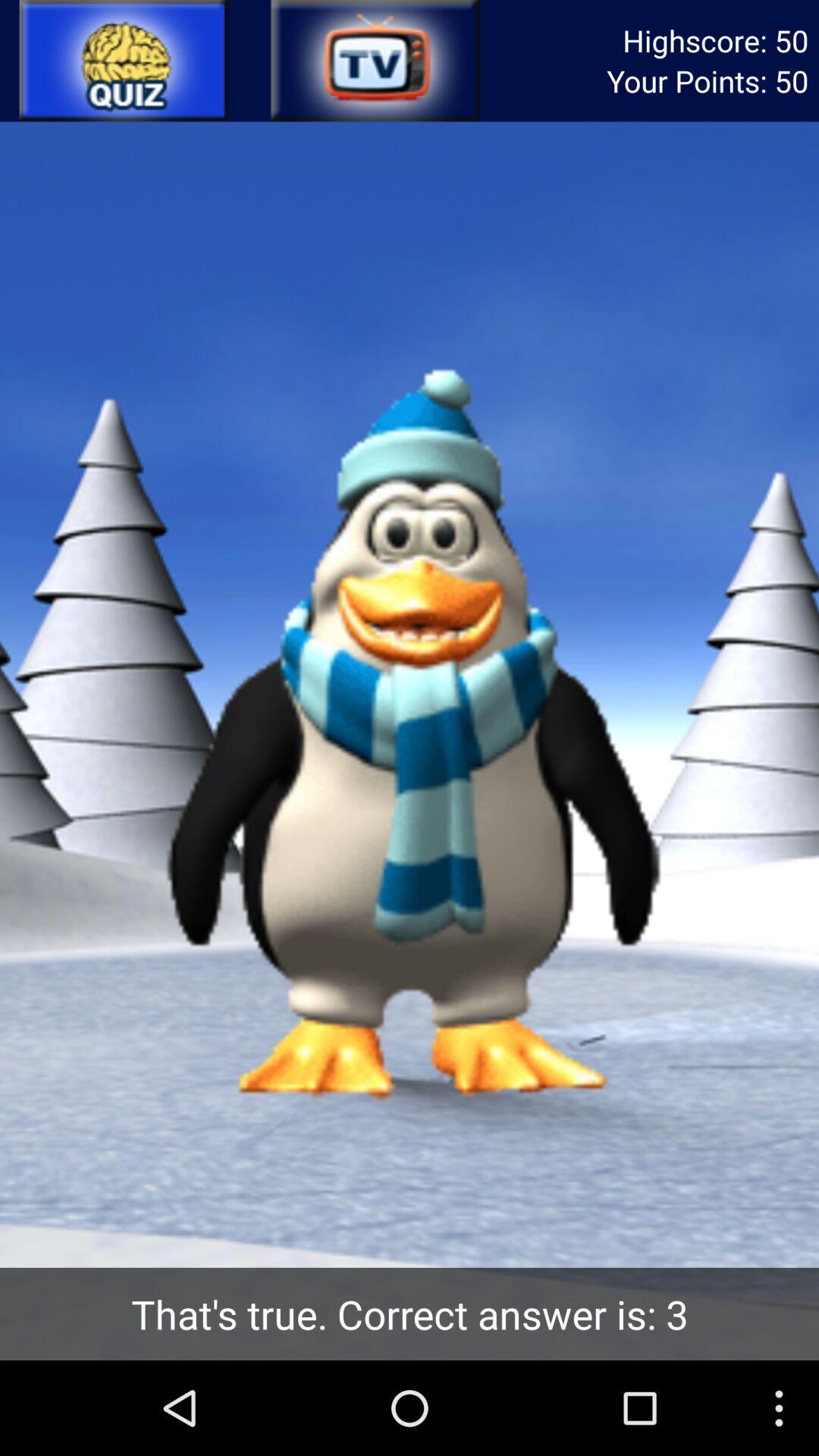 The width and height of the screenshot is (819, 1456). I want to click on the delete icon, so click(374, 64).